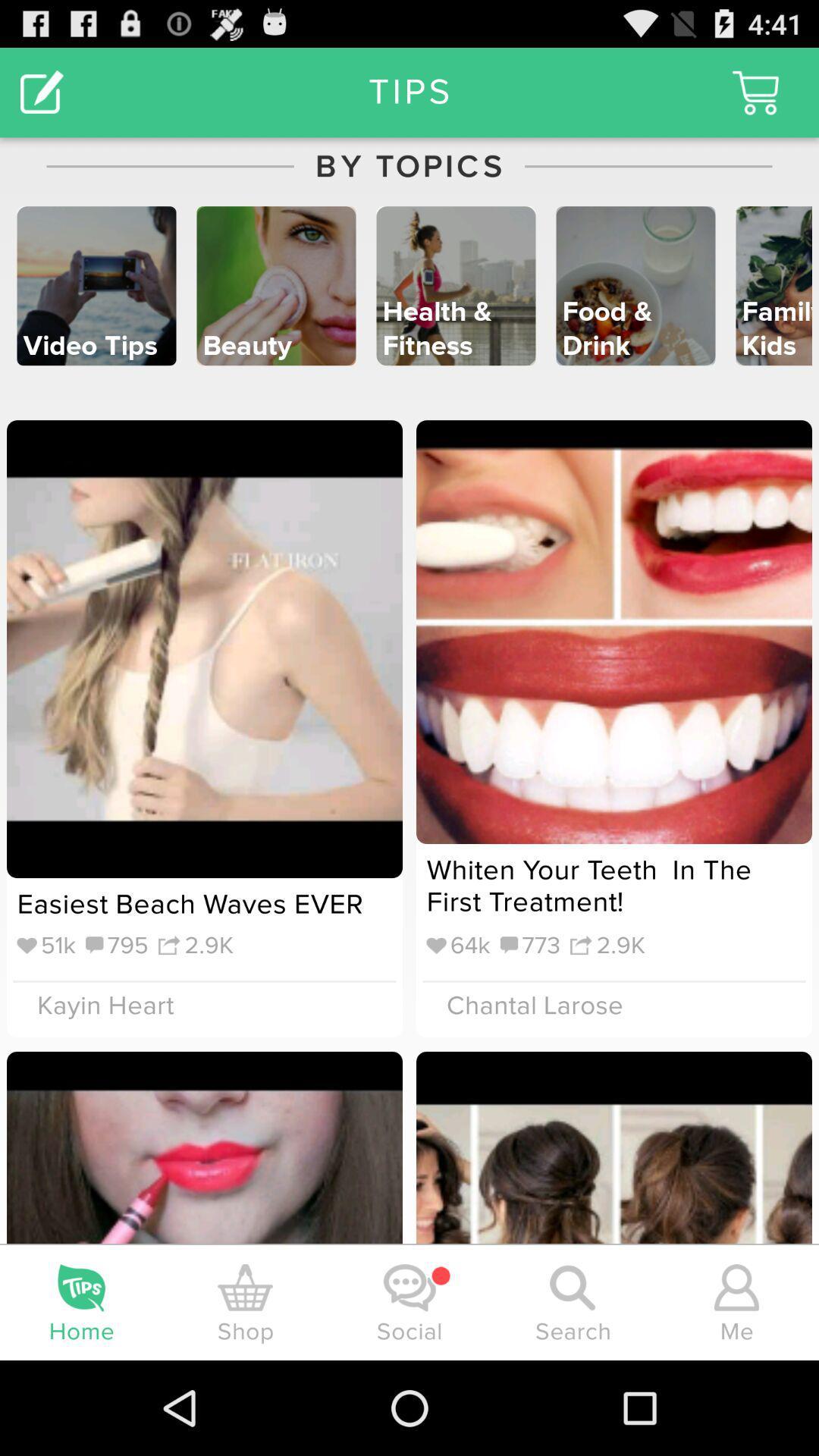 The height and width of the screenshot is (1456, 819). Describe the element at coordinates (755, 98) in the screenshot. I see `the cart icon` at that location.